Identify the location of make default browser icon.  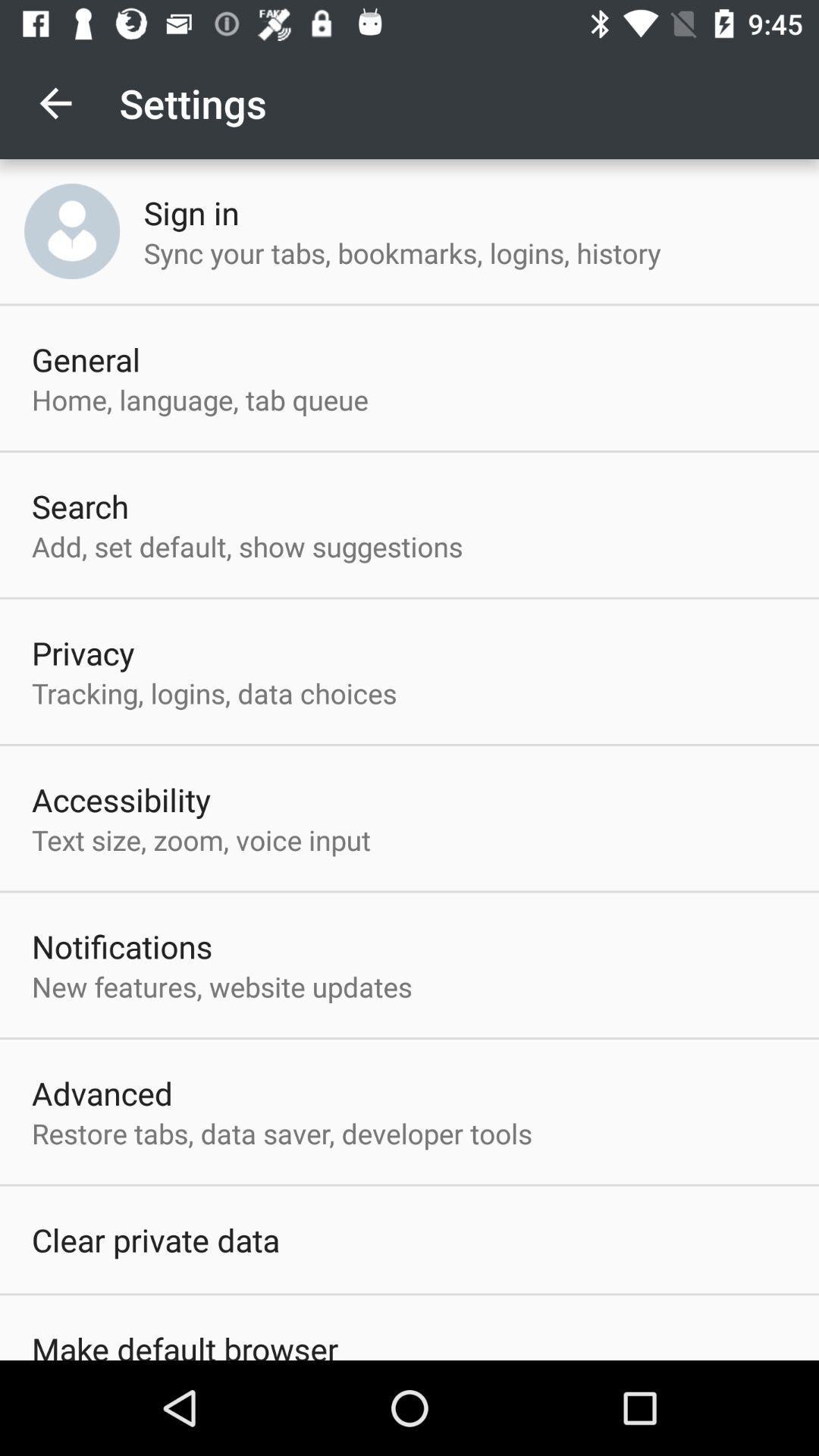
(184, 1344).